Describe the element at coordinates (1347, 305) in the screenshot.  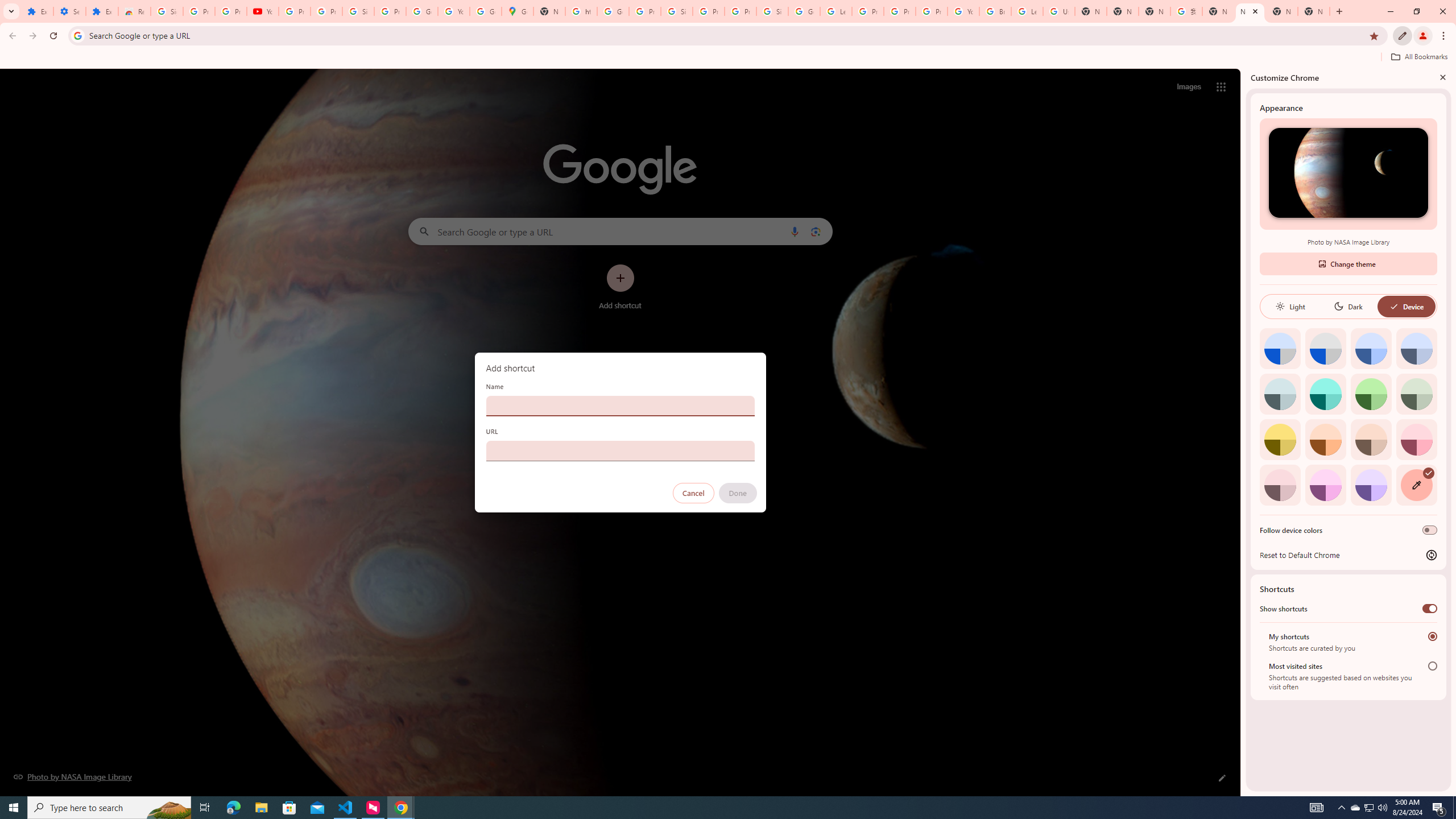
I see `'Dark'` at that location.